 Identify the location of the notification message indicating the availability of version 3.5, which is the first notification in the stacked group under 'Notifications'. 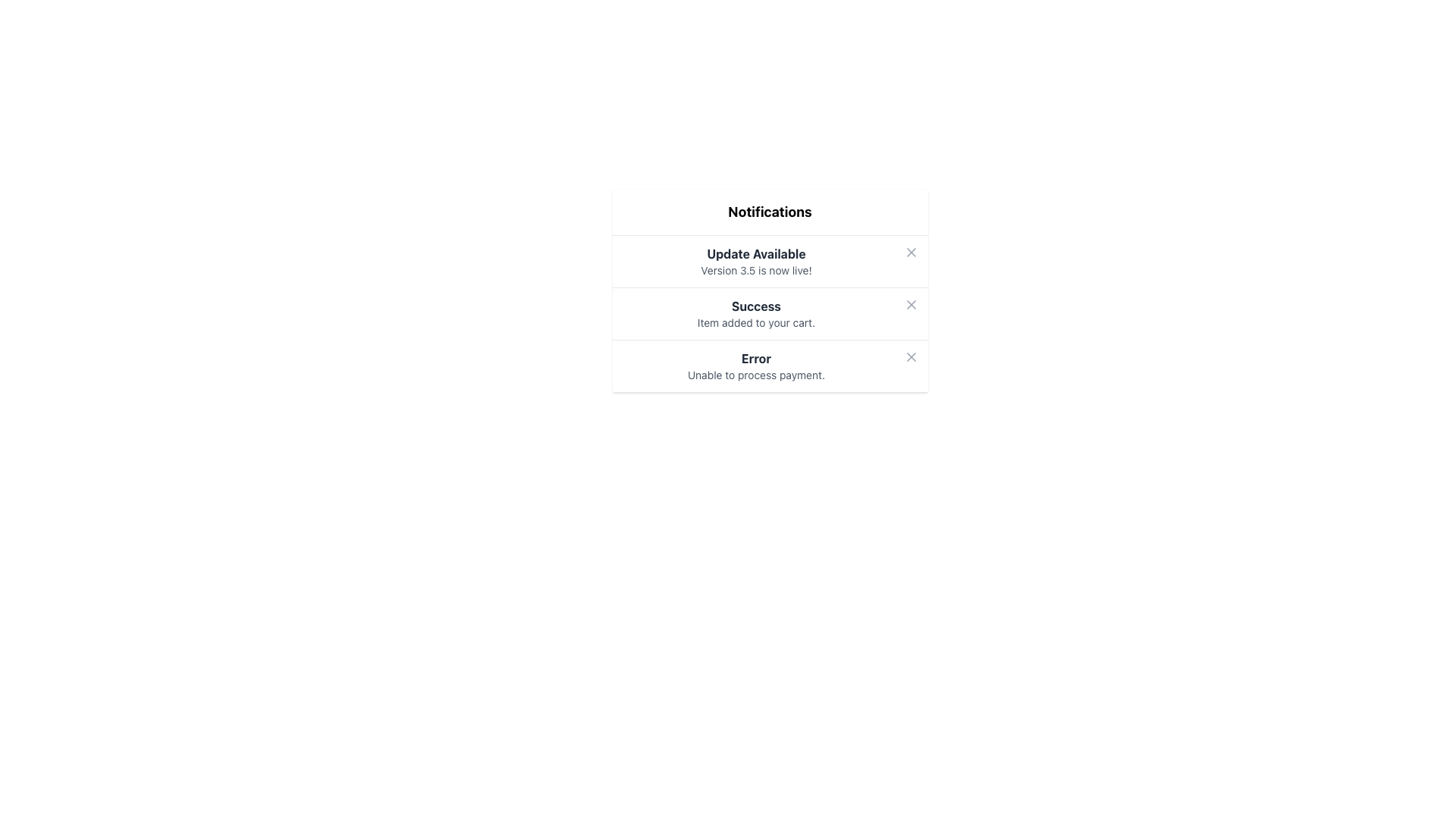
(756, 260).